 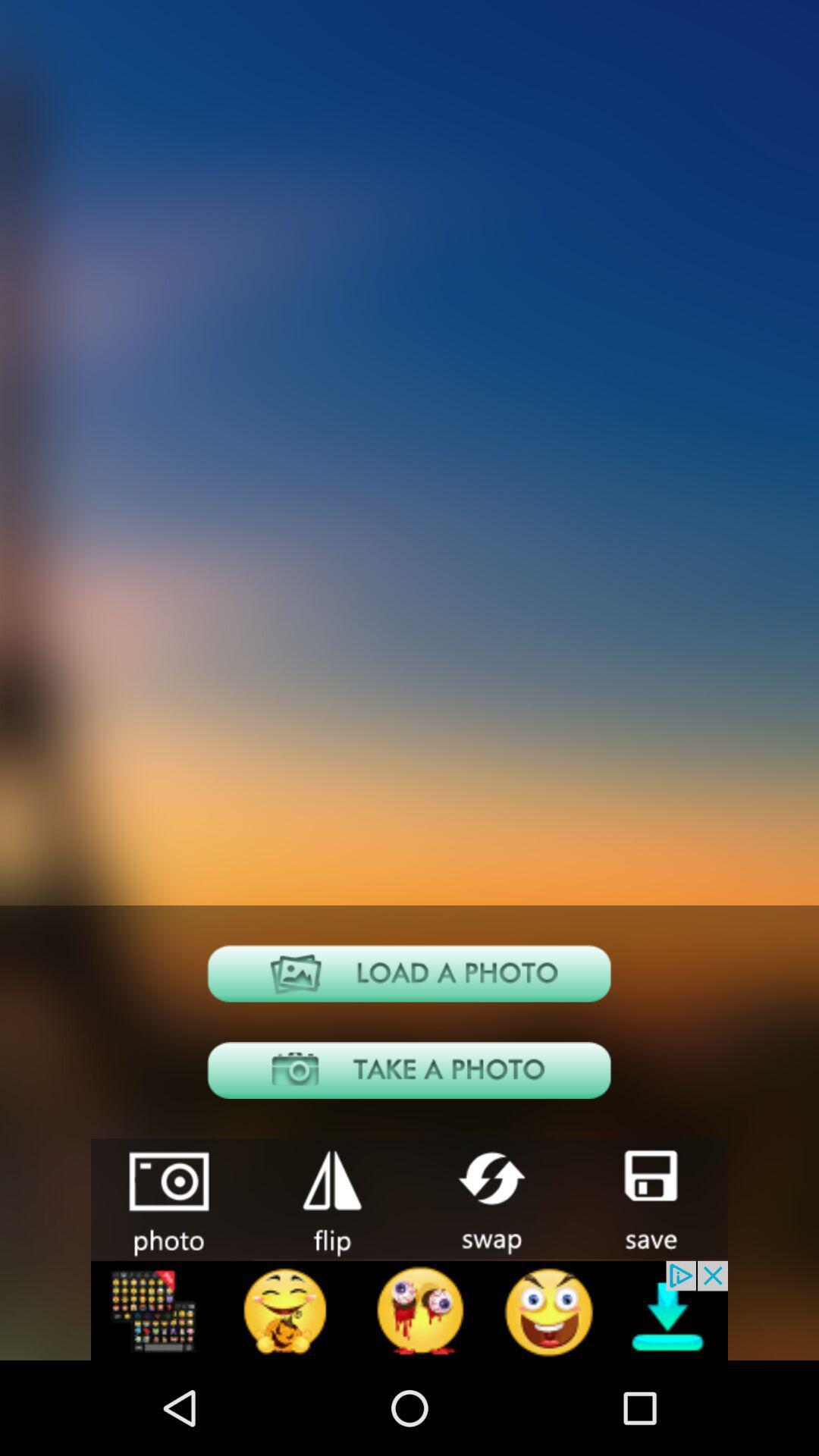 I want to click on load a photo, so click(x=409, y=973).